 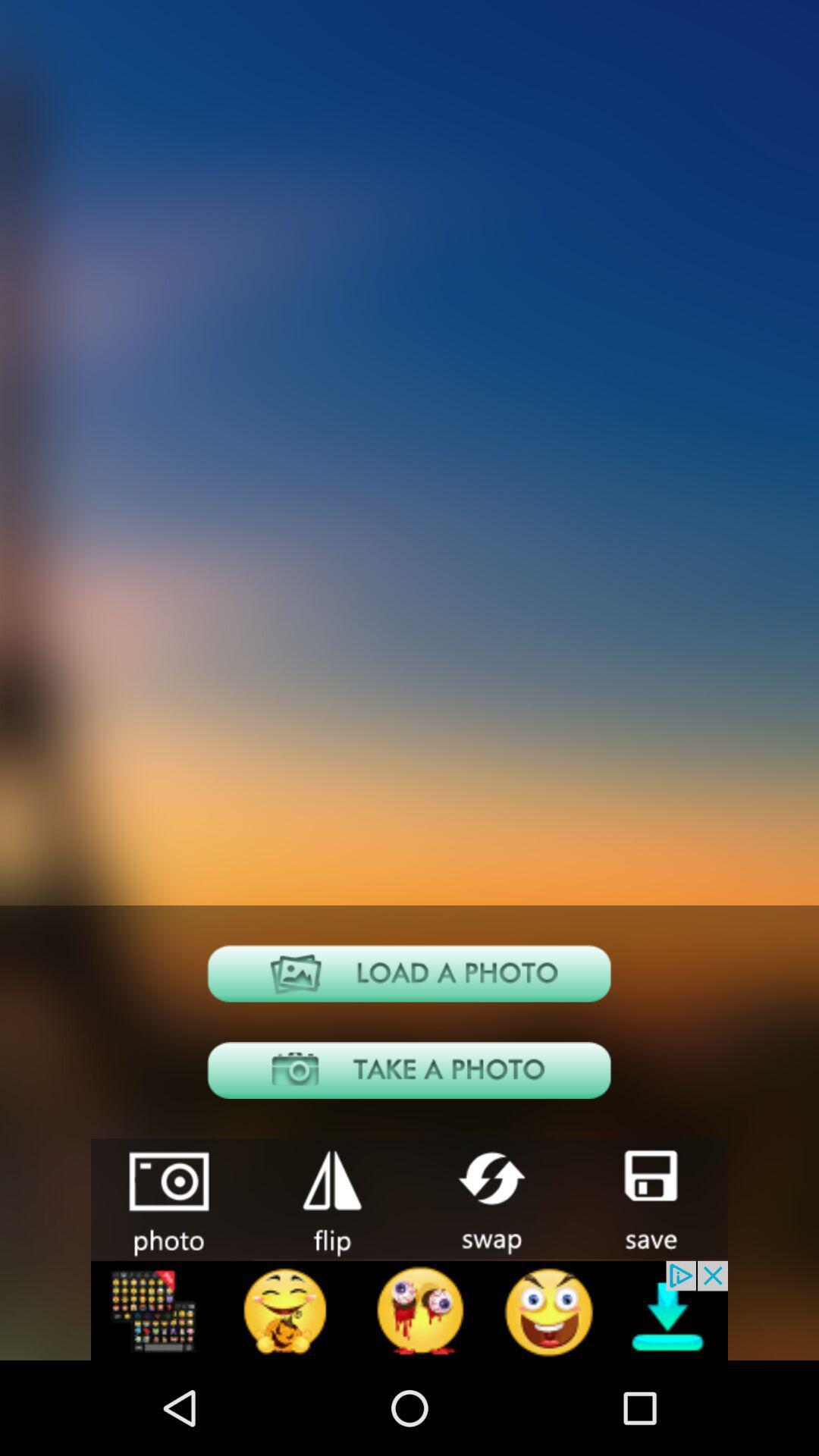 I want to click on load a photo, so click(x=409, y=973).